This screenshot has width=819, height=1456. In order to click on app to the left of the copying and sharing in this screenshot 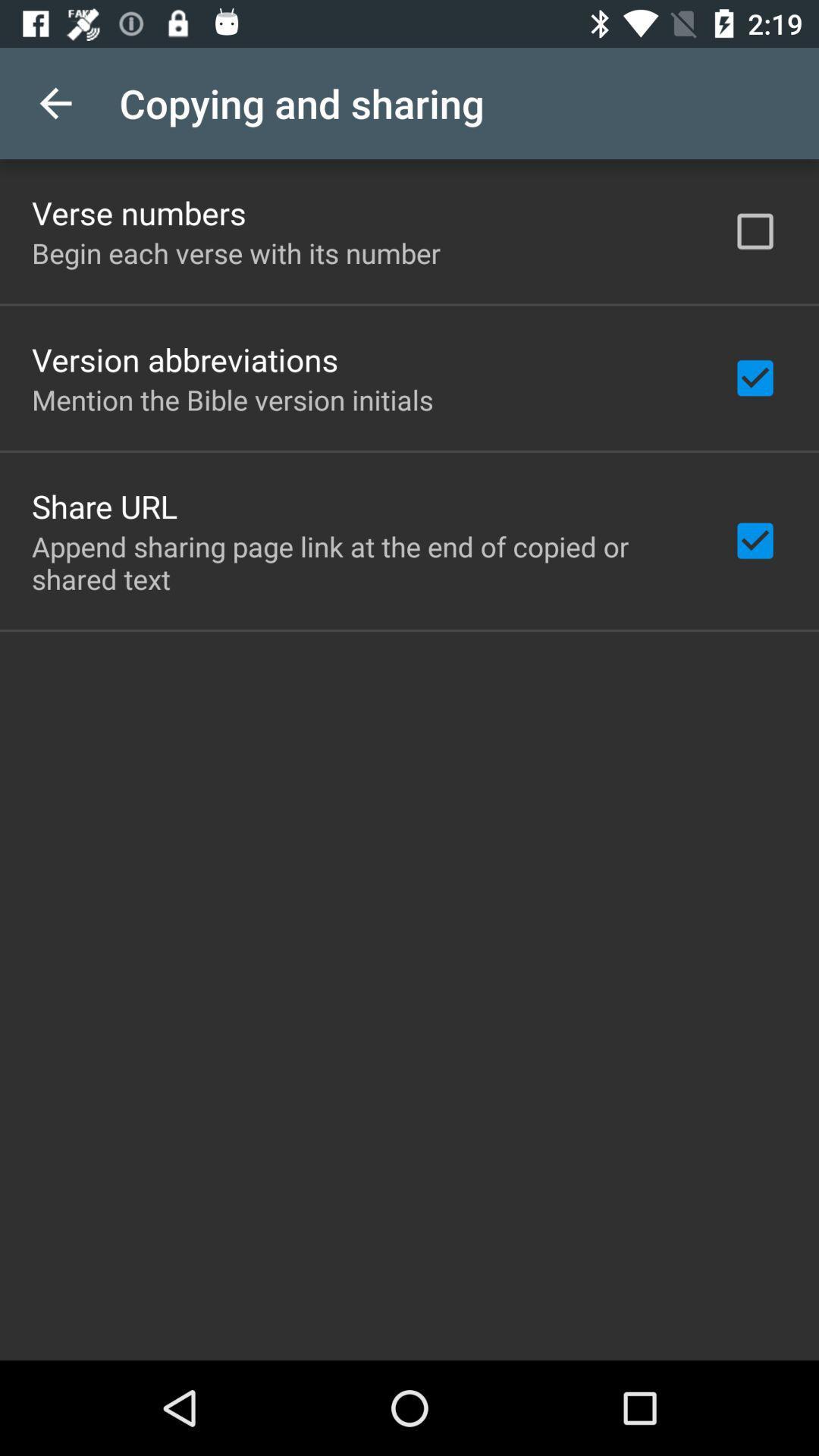, I will do `click(55, 102)`.